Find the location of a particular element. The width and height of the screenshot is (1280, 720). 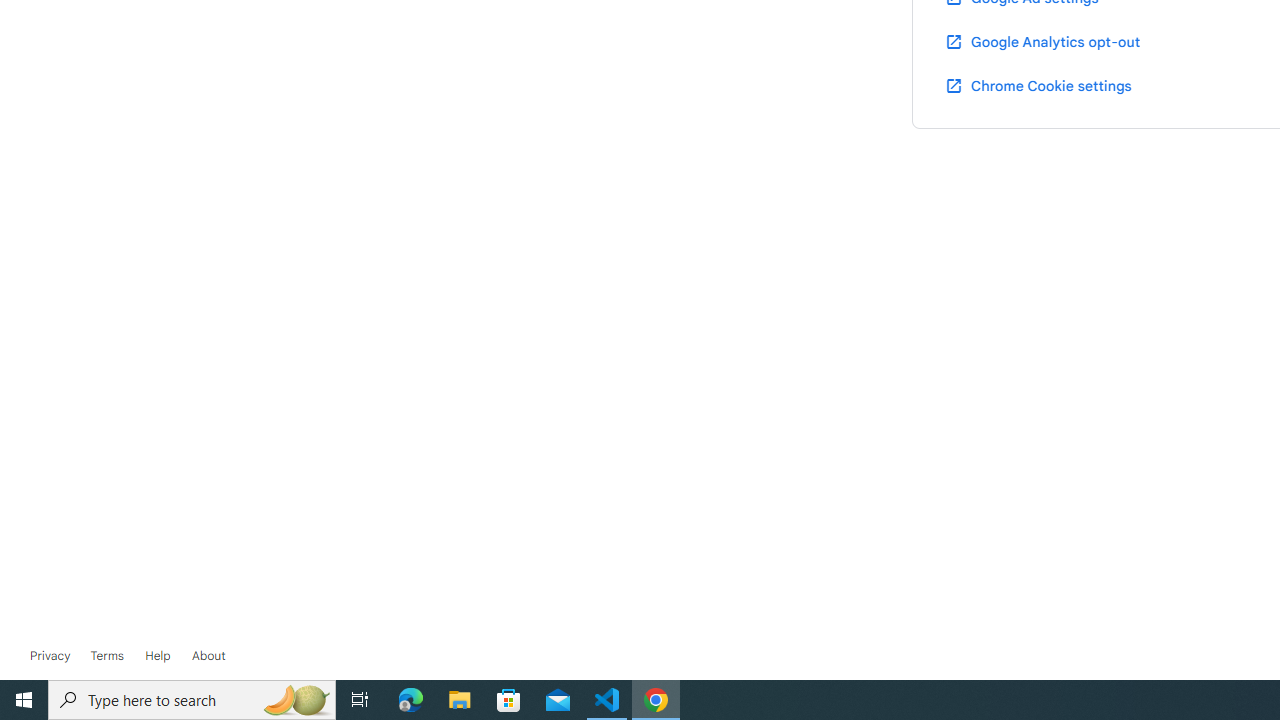

'Help' is located at coordinates (157, 655).